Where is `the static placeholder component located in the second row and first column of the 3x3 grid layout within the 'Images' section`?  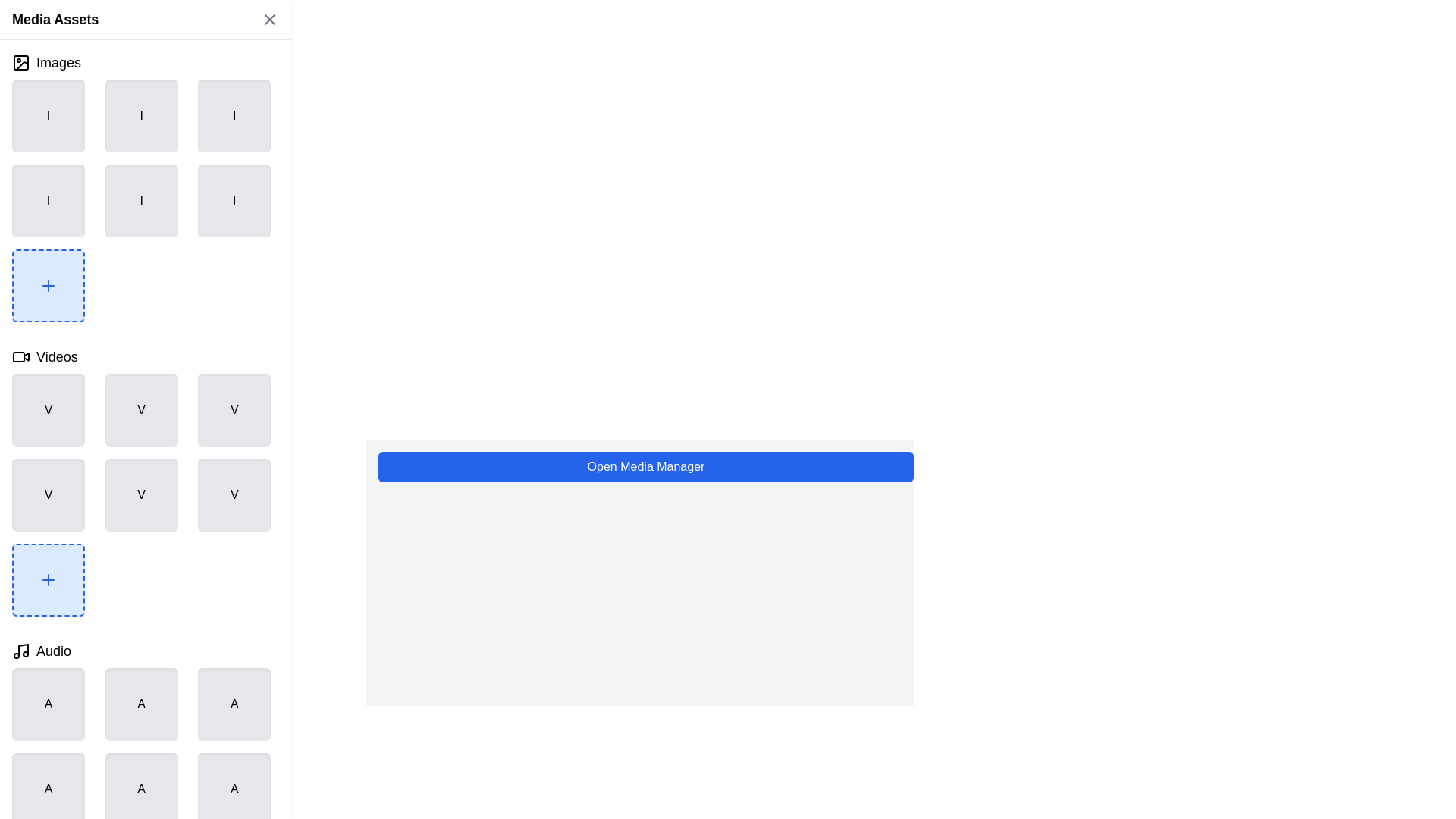 the static placeholder component located in the second row and first column of the 3x3 grid layout within the 'Images' section is located at coordinates (48, 200).